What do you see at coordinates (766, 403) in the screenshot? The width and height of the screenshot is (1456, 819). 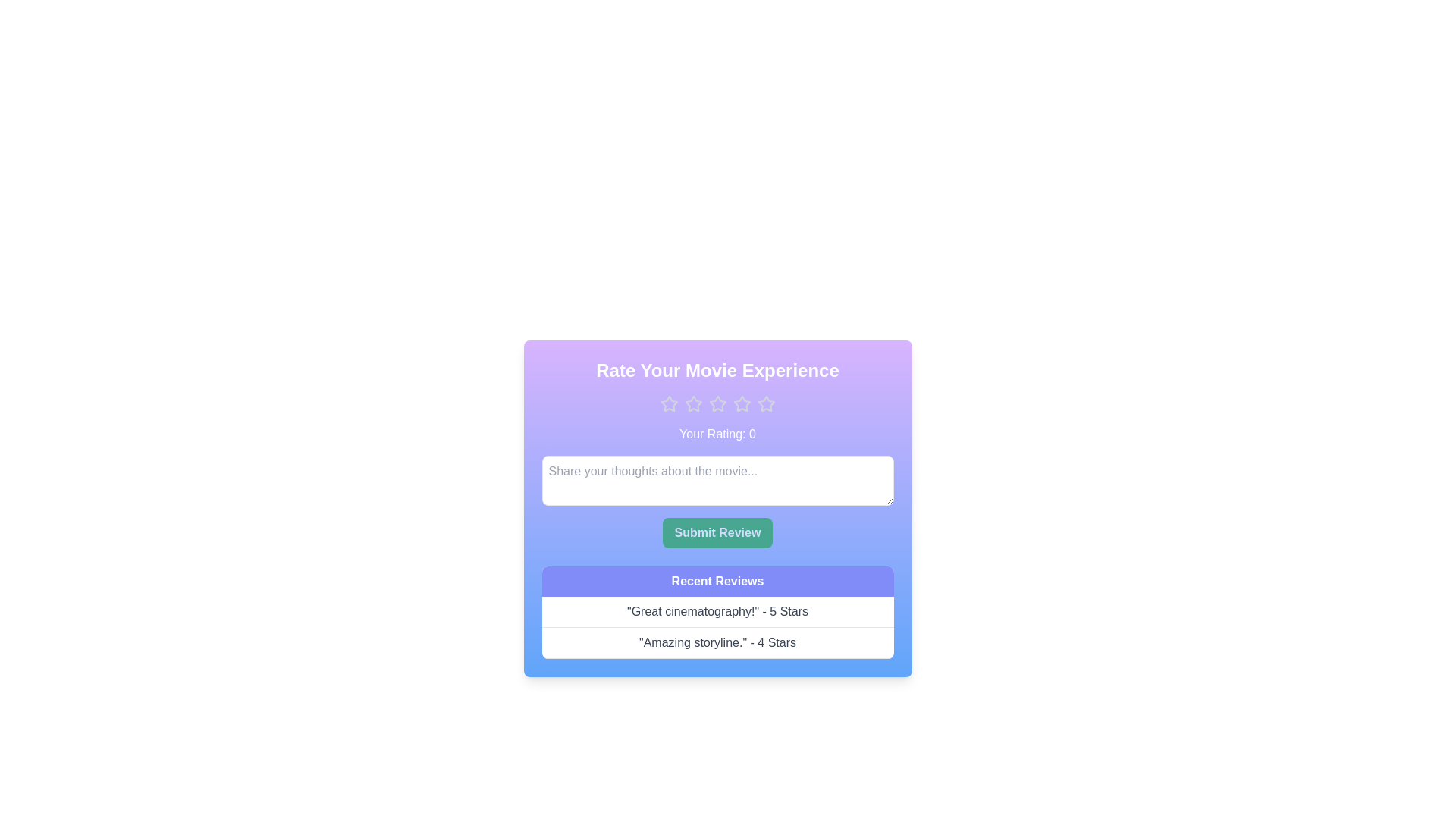 I see `the star corresponding to the desired rating 5` at bounding box center [766, 403].